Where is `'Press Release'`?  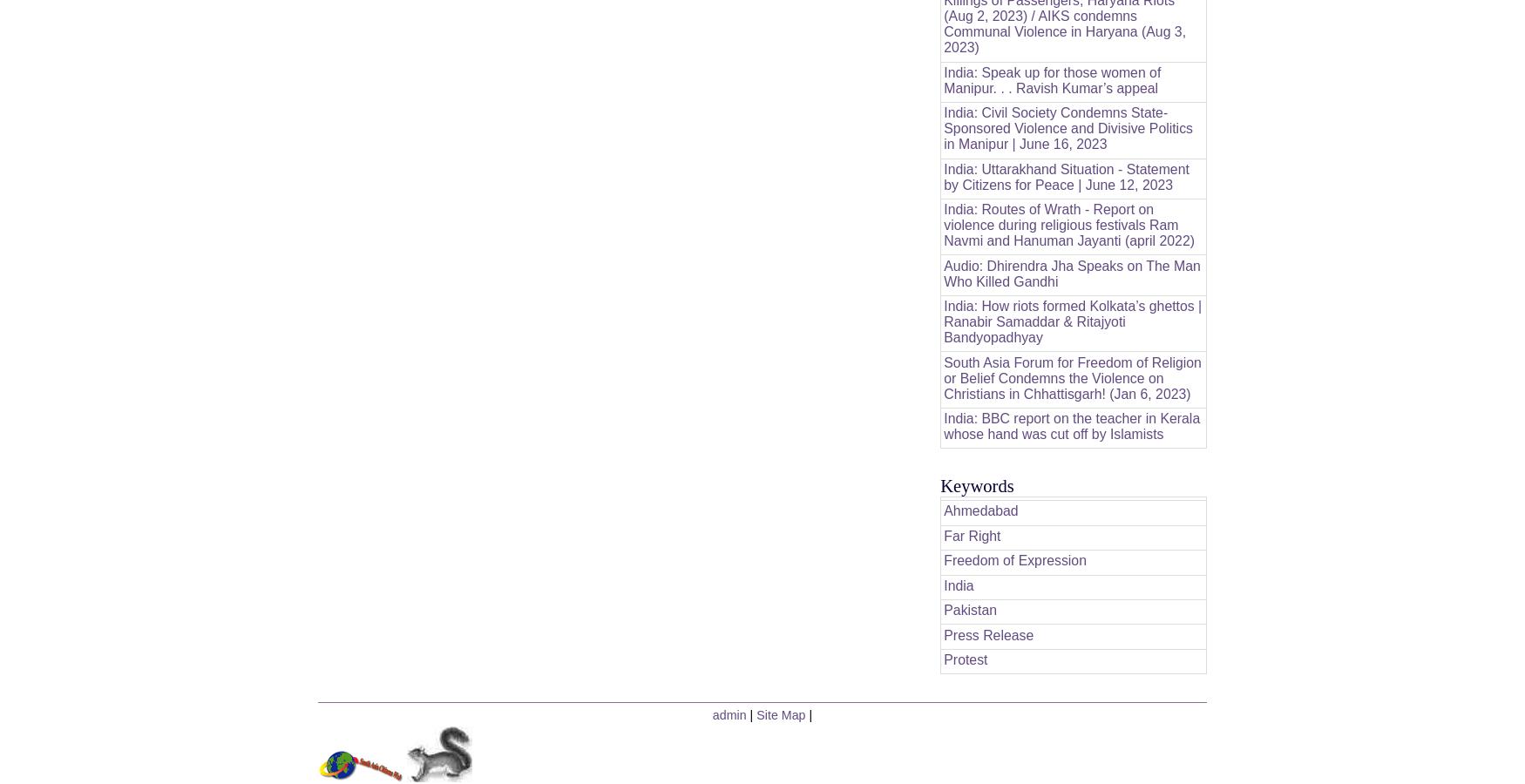 'Press Release' is located at coordinates (944, 633).